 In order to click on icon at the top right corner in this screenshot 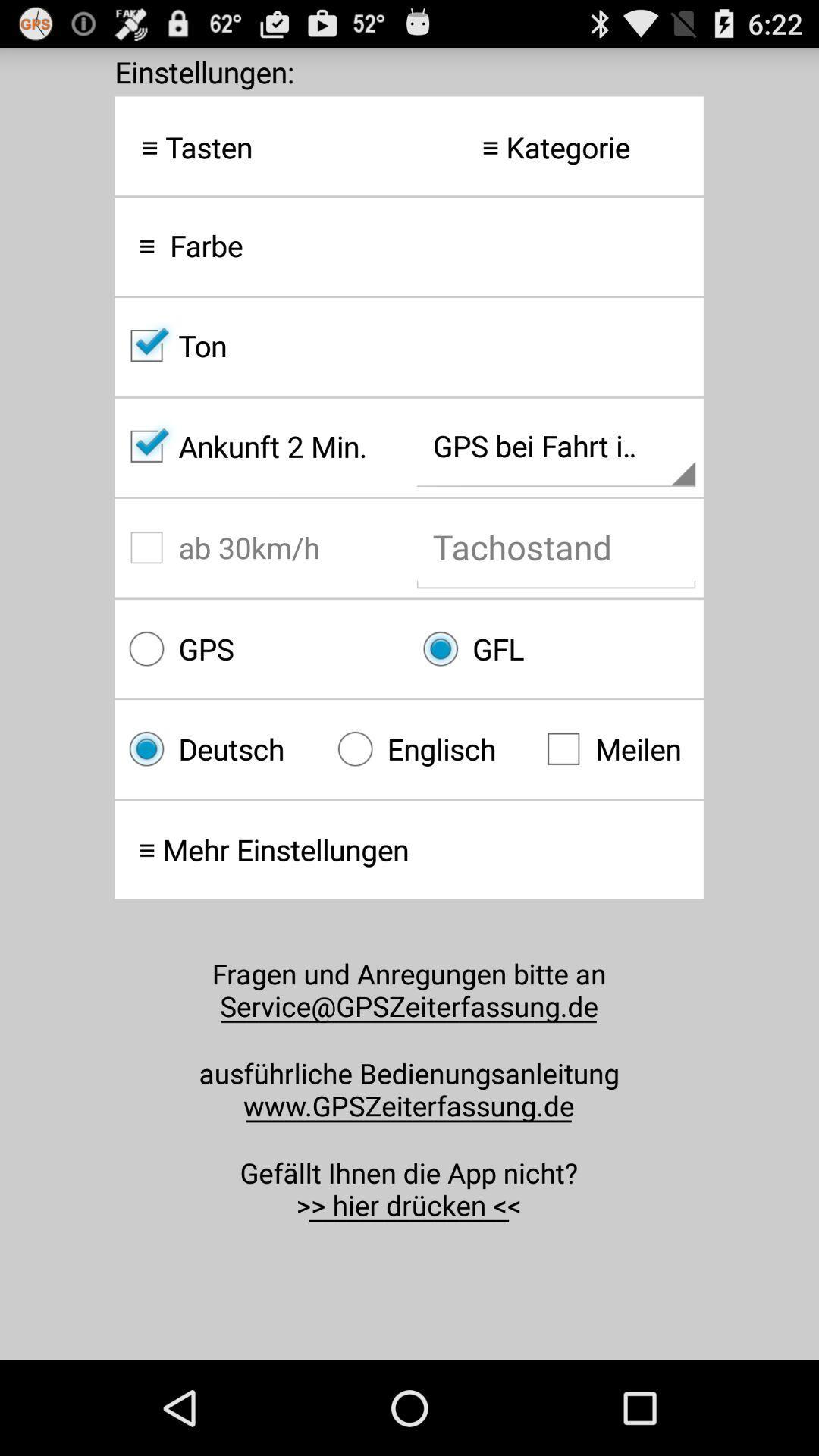, I will do `click(556, 147)`.